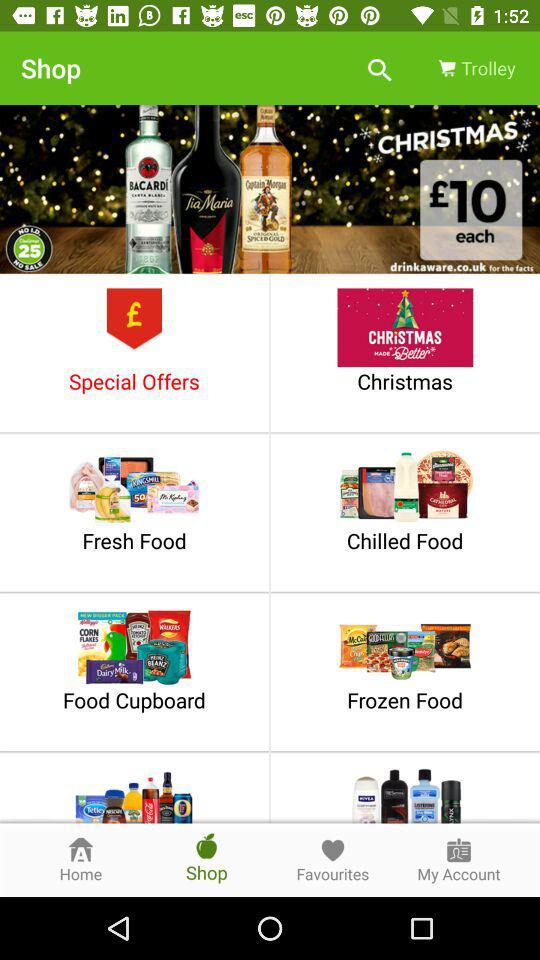  What do you see at coordinates (379, 68) in the screenshot?
I see `item to the left of the trolley` at bounding box center [379, 68].